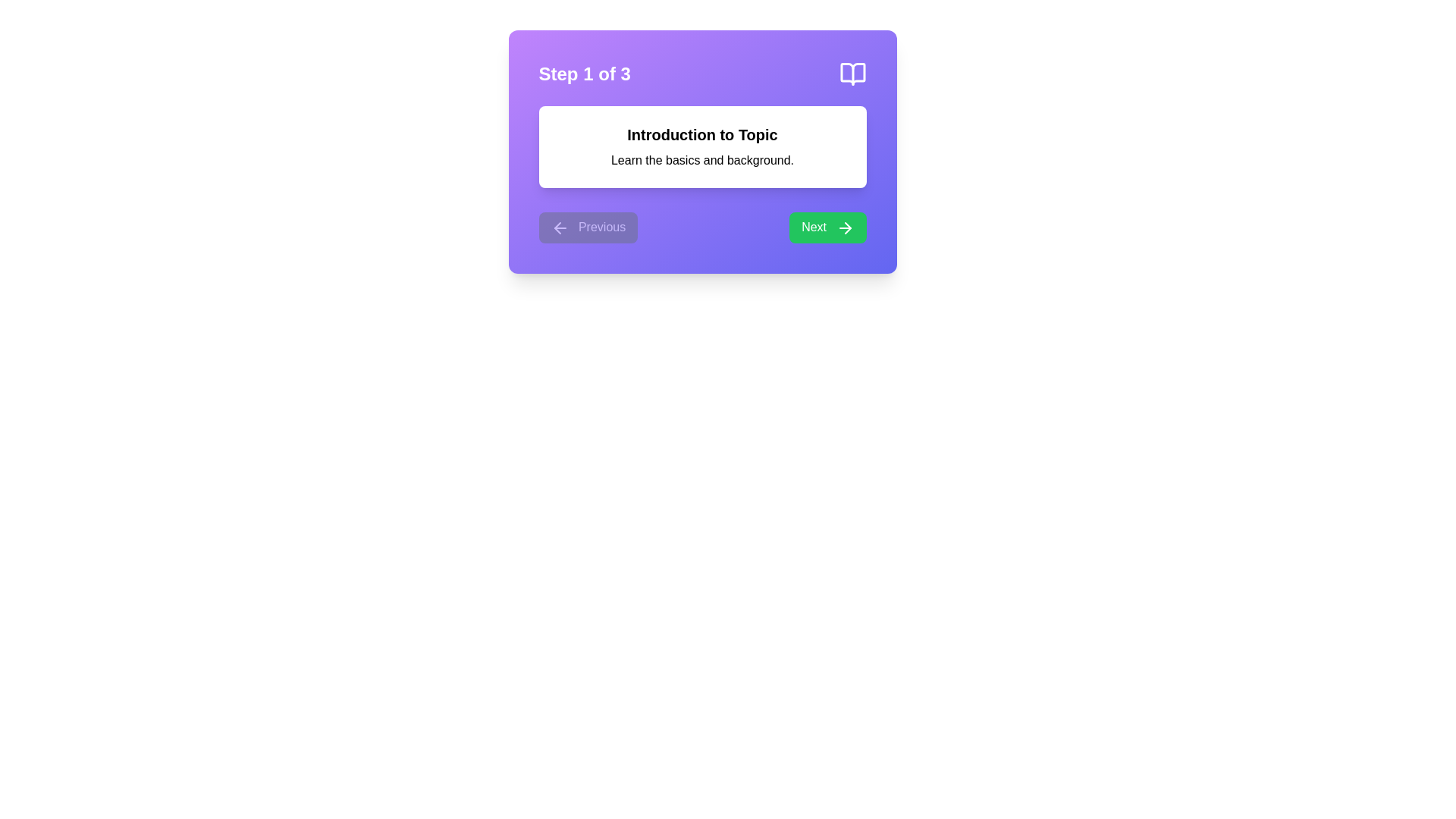 This screenshot has width=1456, height=819. What do you see at coordinates (826, 227) in the screenshot?
I see `the 'Next' button to proceed to the next step` at bounding box center [826, 227].